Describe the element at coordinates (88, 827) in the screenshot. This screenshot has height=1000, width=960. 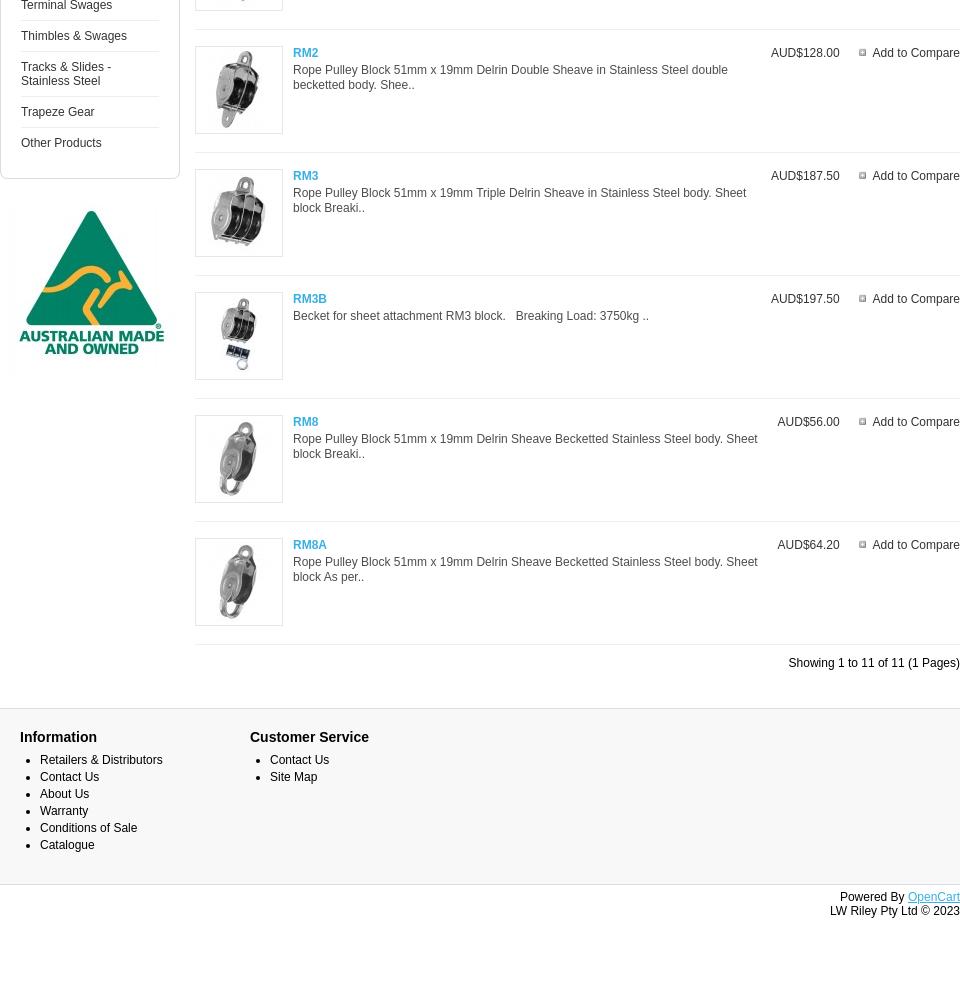
I see `'Conditions of Sale'` at that location.